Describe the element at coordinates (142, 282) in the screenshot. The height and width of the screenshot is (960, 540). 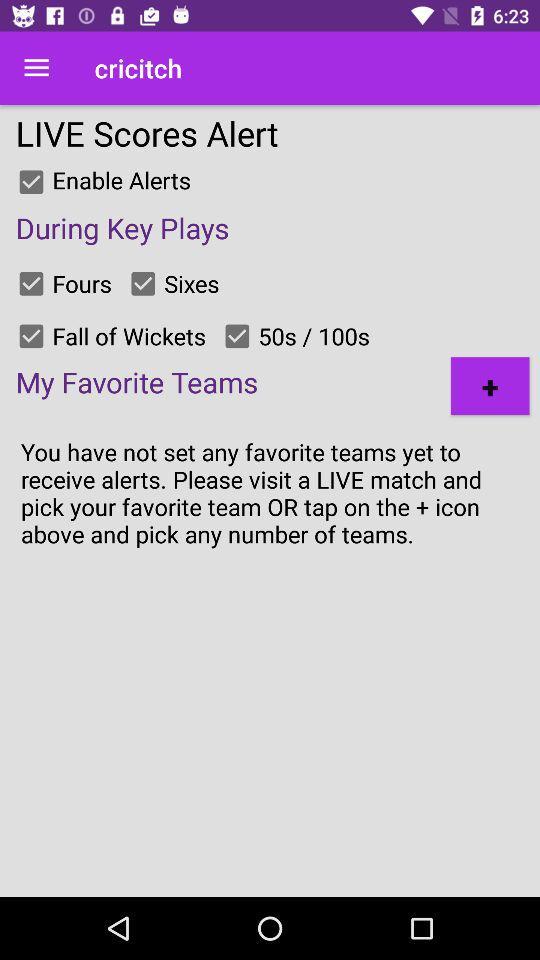
I see `get alerts for sixes` at that location.